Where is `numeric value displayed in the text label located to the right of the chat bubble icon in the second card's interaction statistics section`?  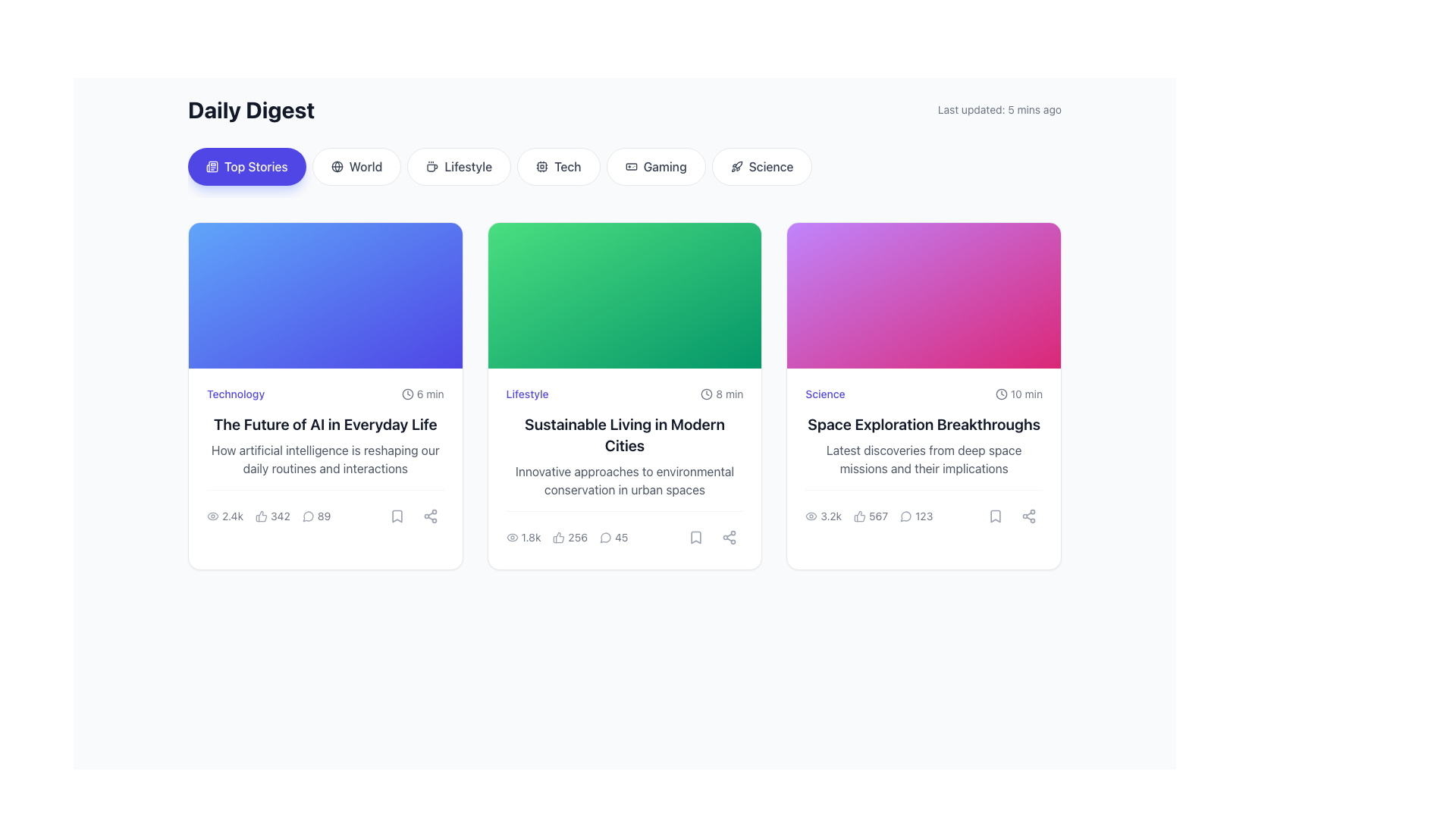 numeric value displayed in the text label located to the right of the chat bubble icon in the second card's interaction statistics section is located at coordinates (621, 537).